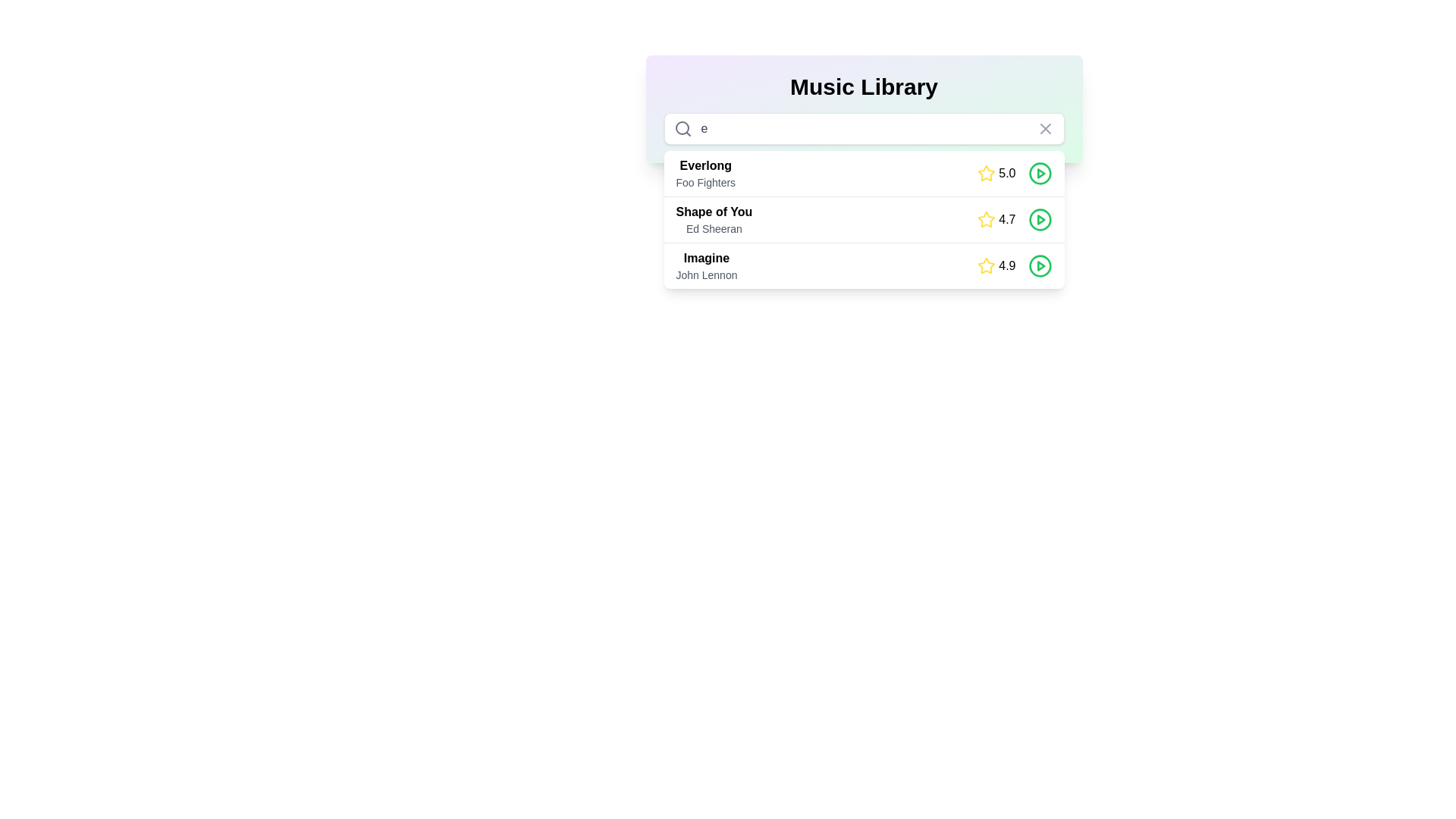  Describe the element at coordinates (704, 181) in the screenshot. I see `the text label displaying the artist or group associated with the song 'Everlong' in the 'Music Library' menu` at that location.